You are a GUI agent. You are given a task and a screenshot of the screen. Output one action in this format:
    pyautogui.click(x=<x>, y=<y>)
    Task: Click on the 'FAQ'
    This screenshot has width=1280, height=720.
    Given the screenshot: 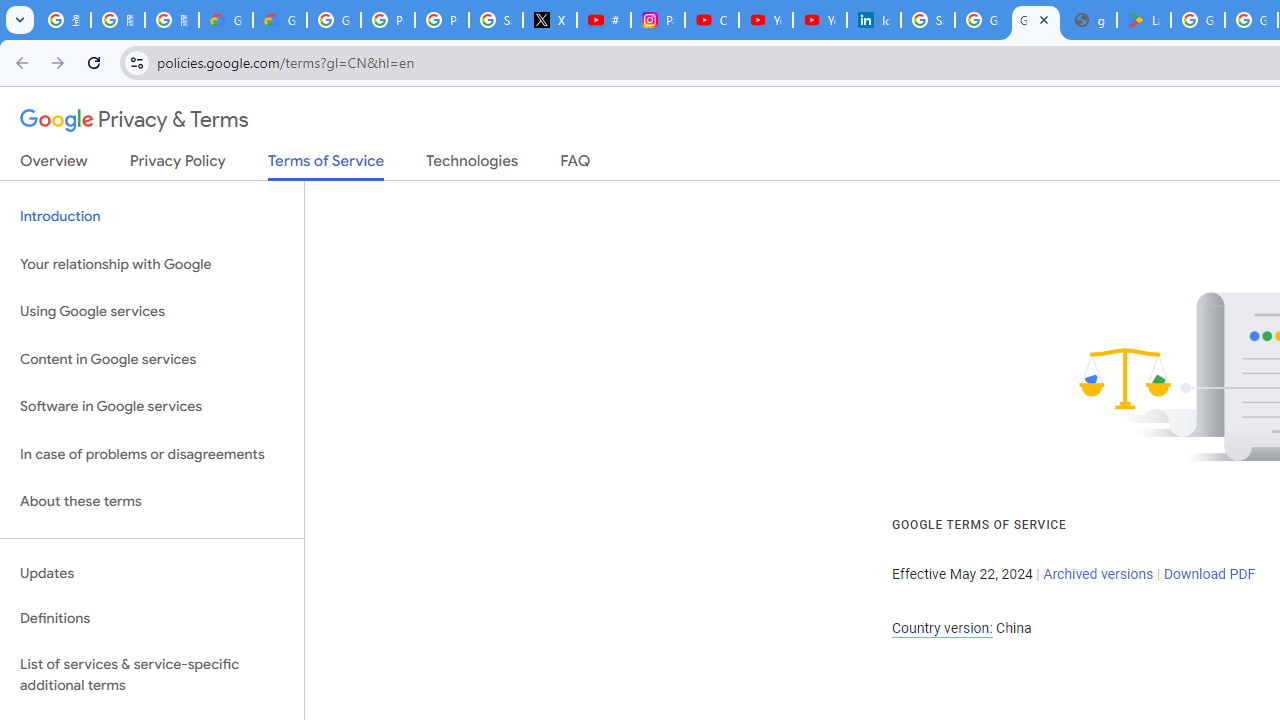 What is the action you would take?
    pyautogui.click(x=575, y=164)
    